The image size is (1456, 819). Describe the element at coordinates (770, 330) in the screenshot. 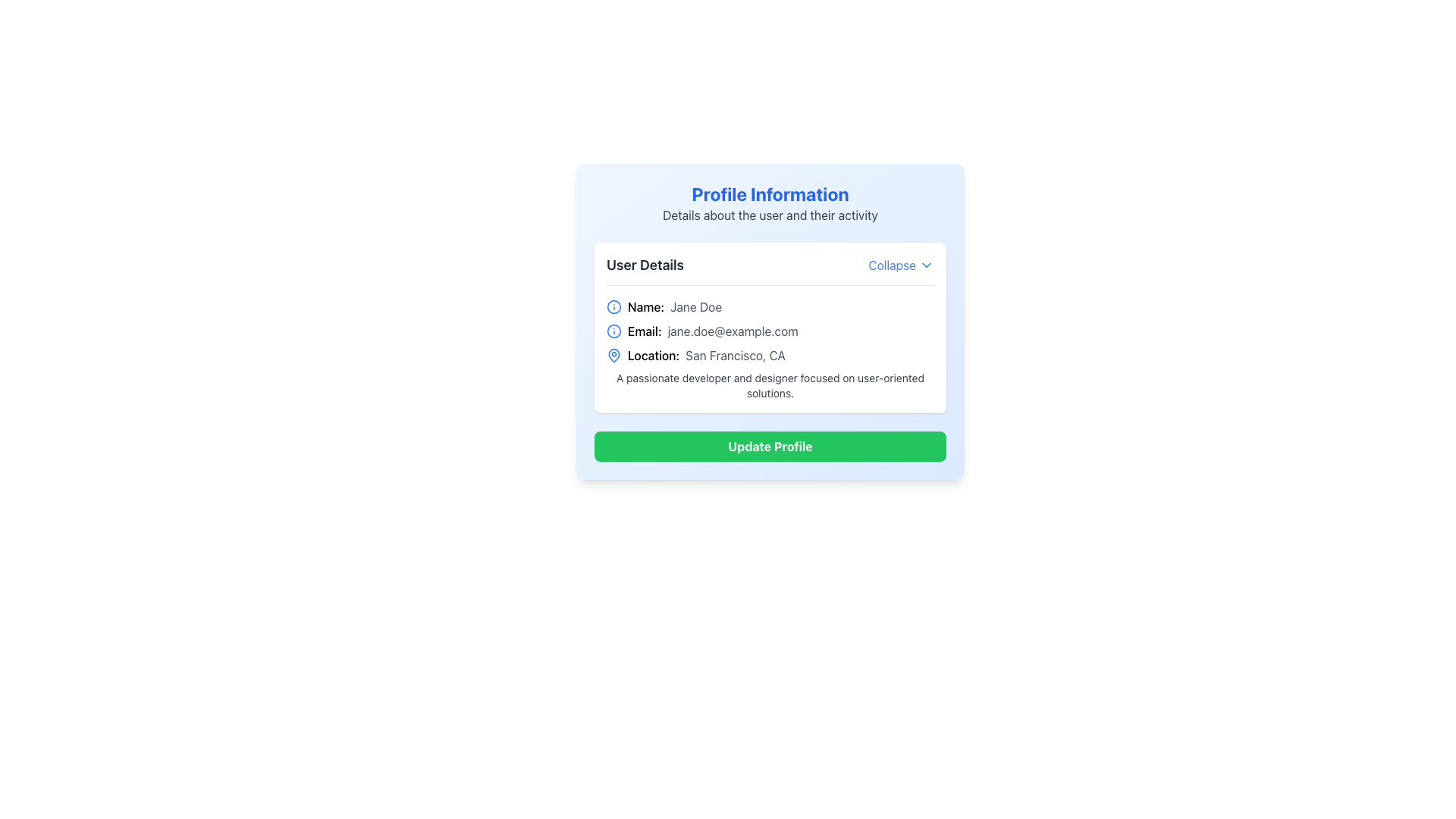

I see `the Text Display with Icon that shows the email address 'Email: jane.doe@example.com' with a blue circular icon preceding it` at that location.